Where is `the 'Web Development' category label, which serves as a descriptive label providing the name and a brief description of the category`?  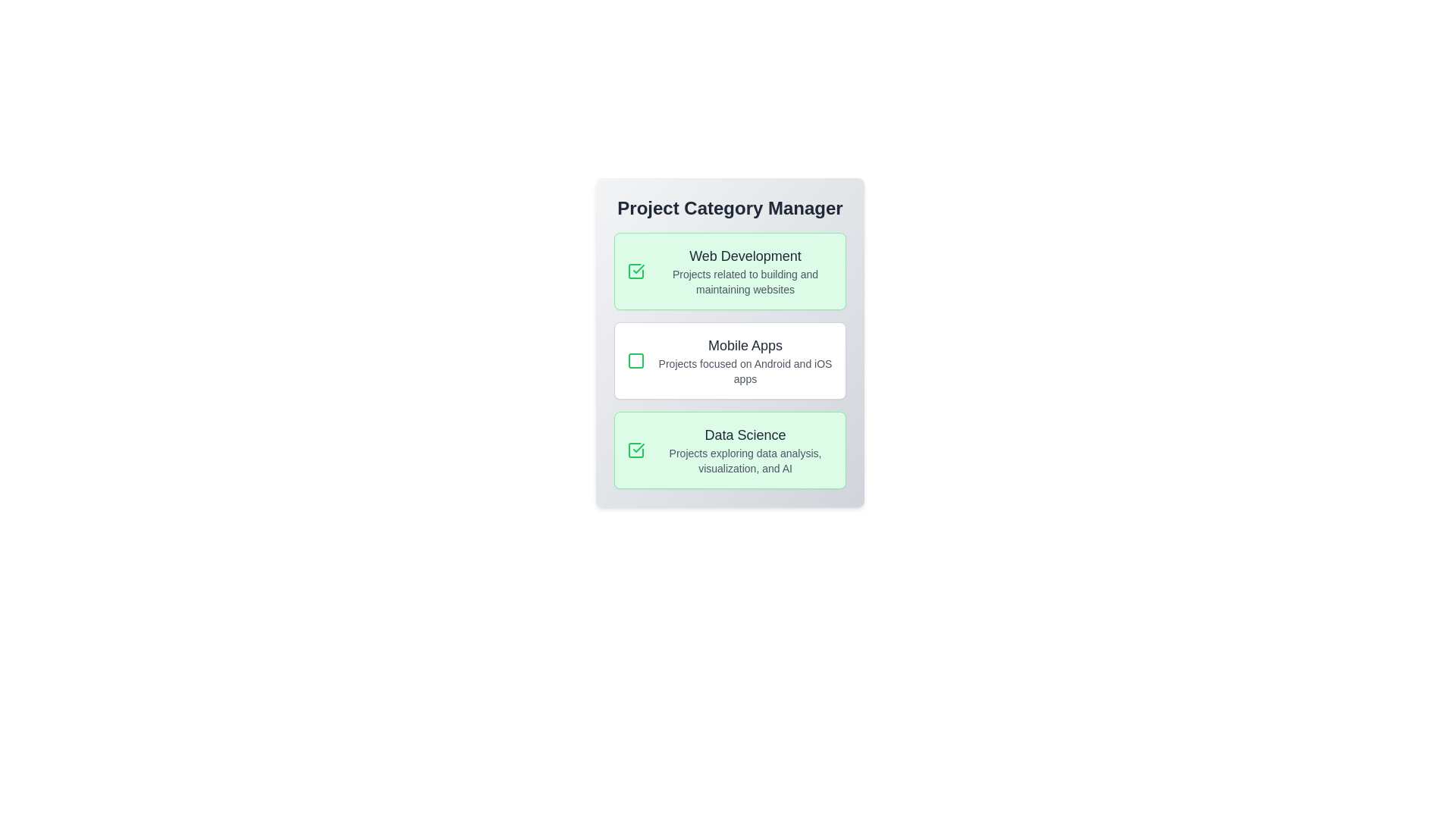 the 'Web Development' category label, which serves as a descriptive label providing the name and a brief description of the category is located at coordinates (745, 271).